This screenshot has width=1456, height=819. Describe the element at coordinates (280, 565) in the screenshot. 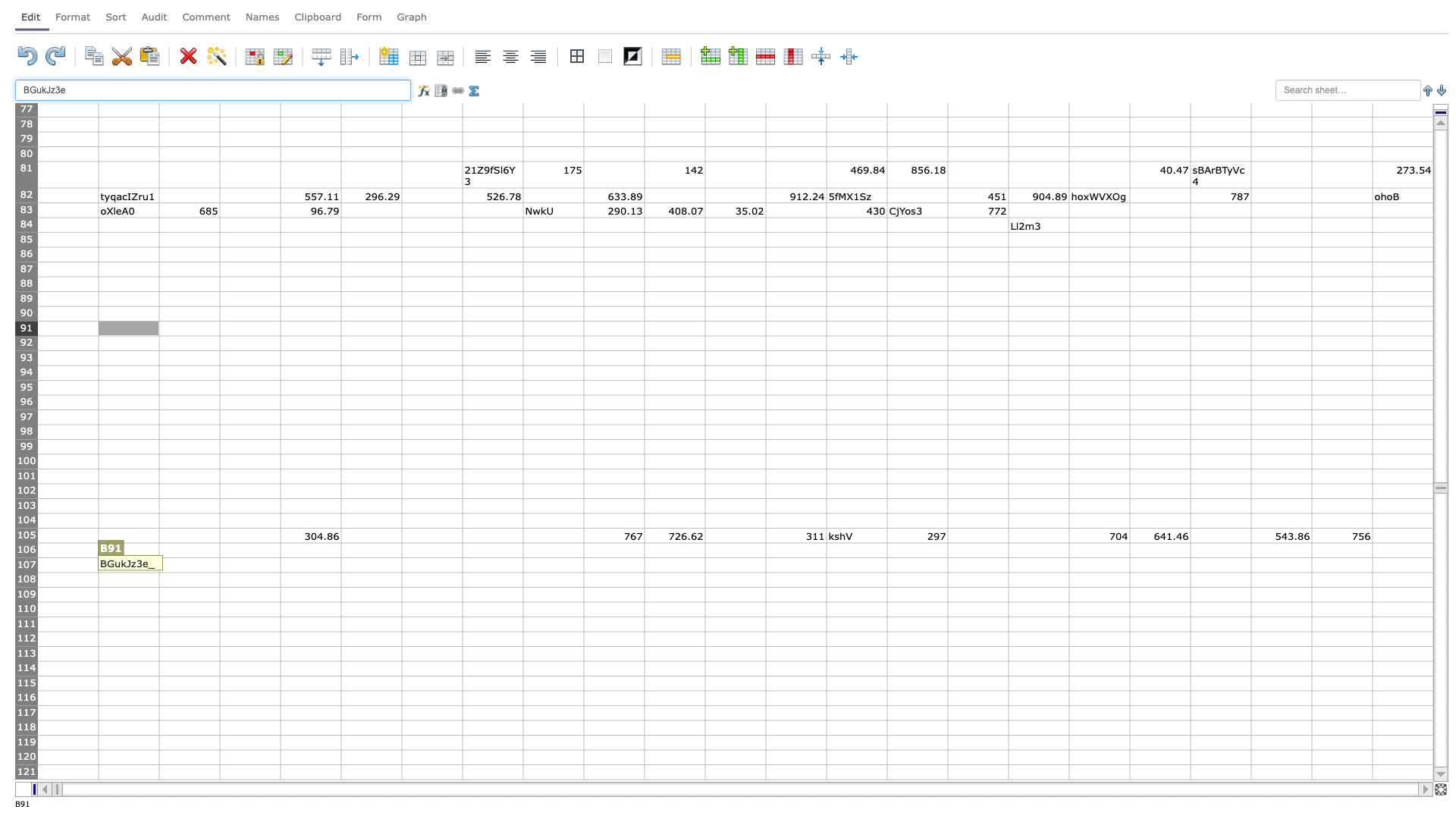

I see `Right margin of D107` at that location.